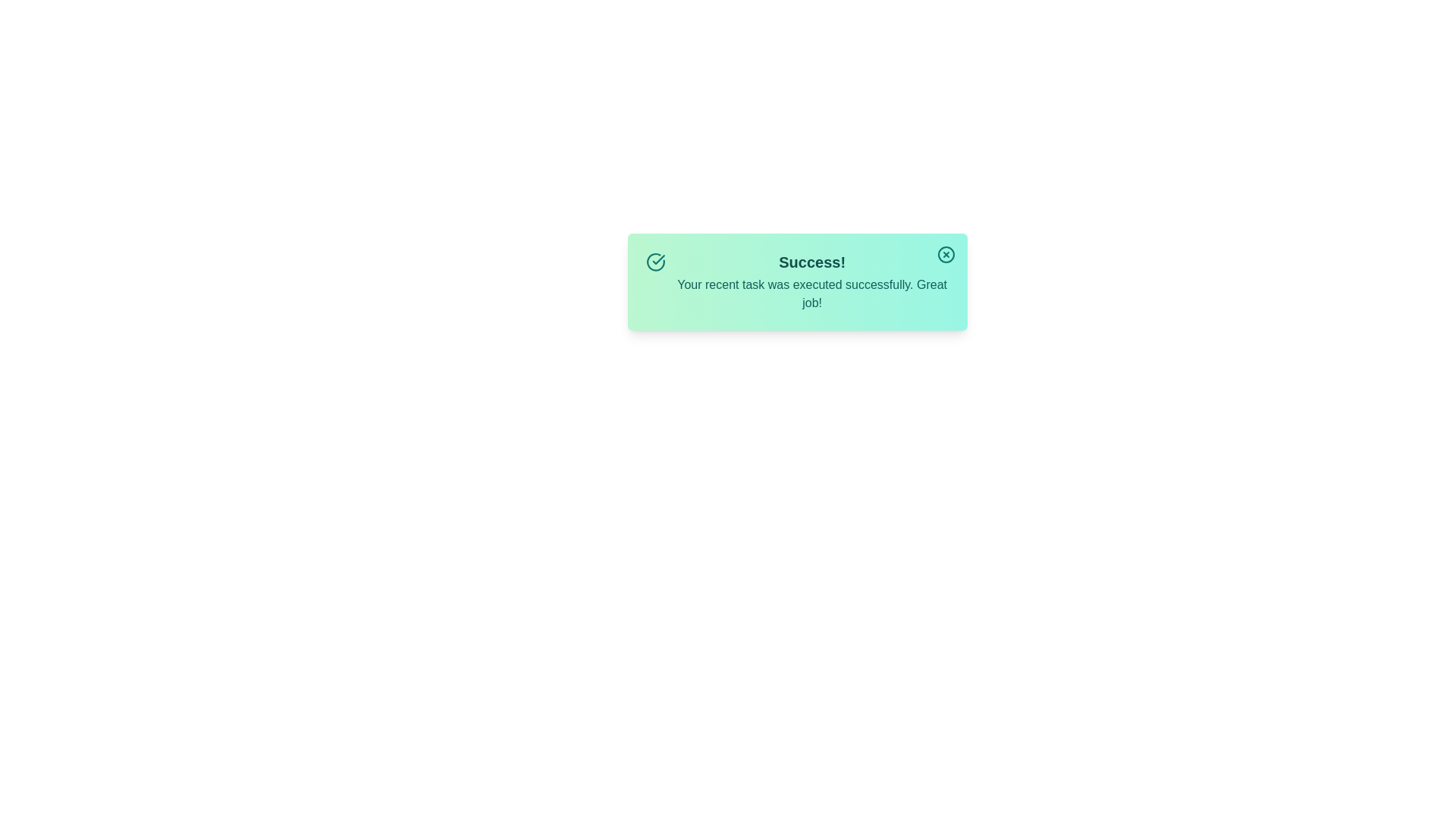  Describe the element at coordinates (655, 262) in the screenshot. I see `the success icon to interact with it visually` at that location.